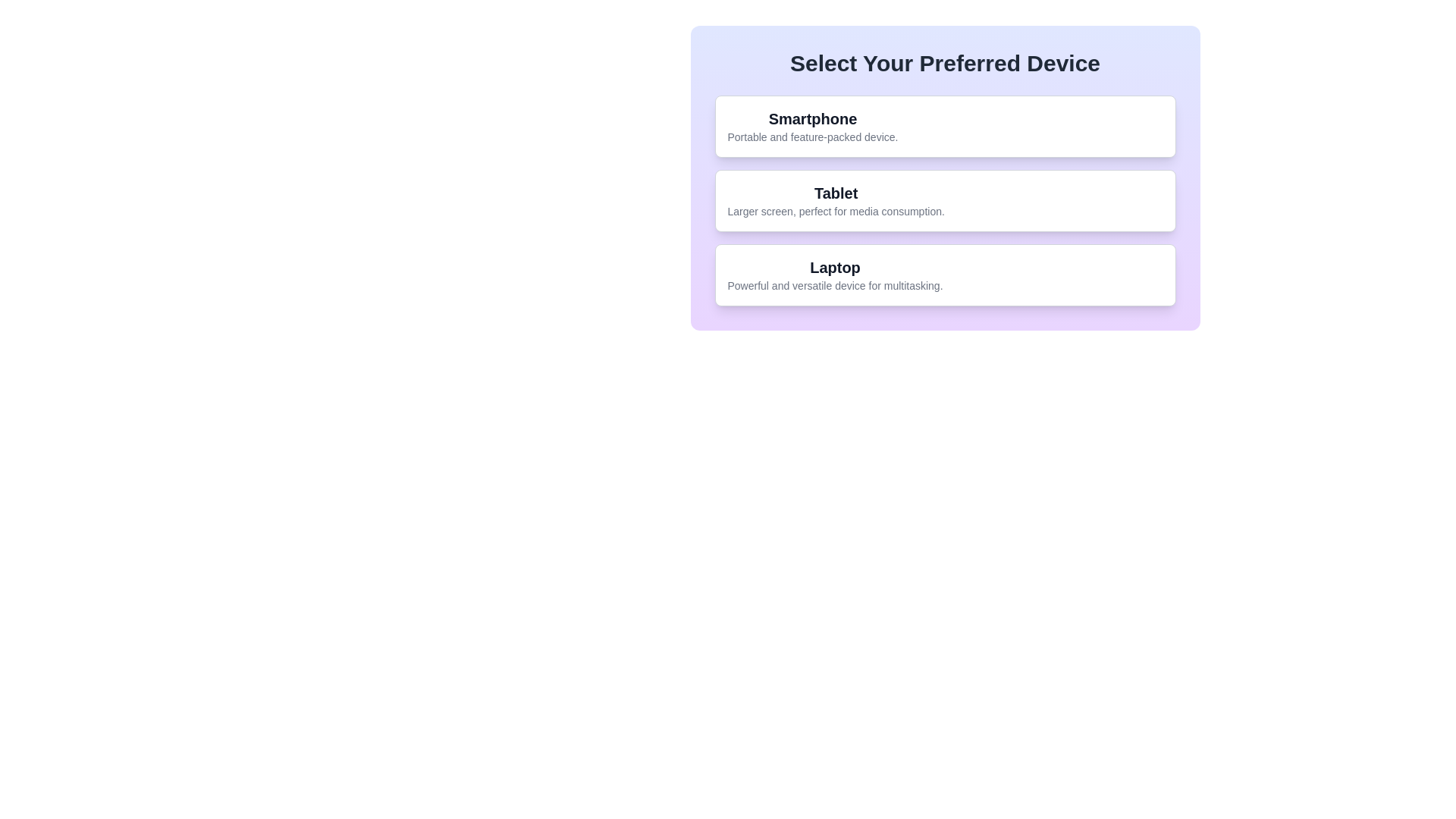  What do you see at coordinates (834, 267) in the screenshot?
I see `the heading text for 'Laptop'` at bounding box center [834, 267].